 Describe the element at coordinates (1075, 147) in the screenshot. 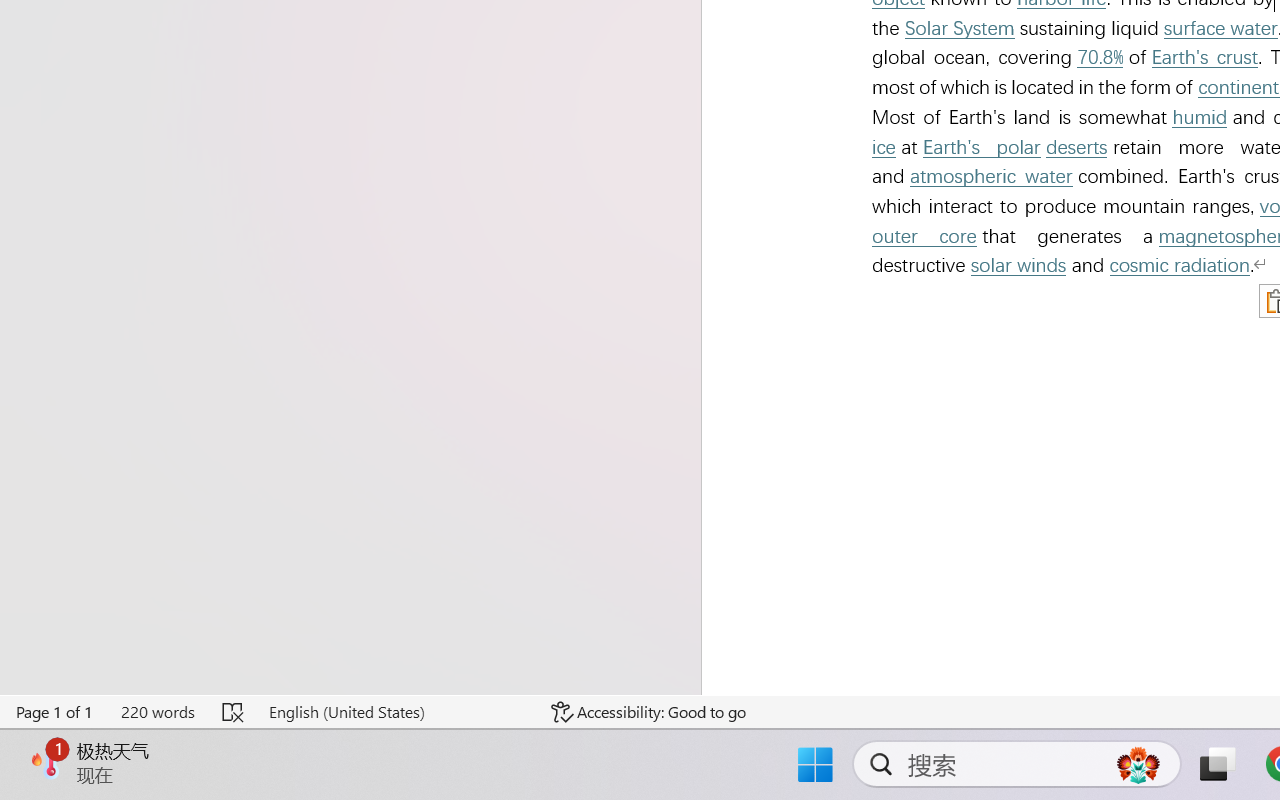

I see `'deserts'` at that location.